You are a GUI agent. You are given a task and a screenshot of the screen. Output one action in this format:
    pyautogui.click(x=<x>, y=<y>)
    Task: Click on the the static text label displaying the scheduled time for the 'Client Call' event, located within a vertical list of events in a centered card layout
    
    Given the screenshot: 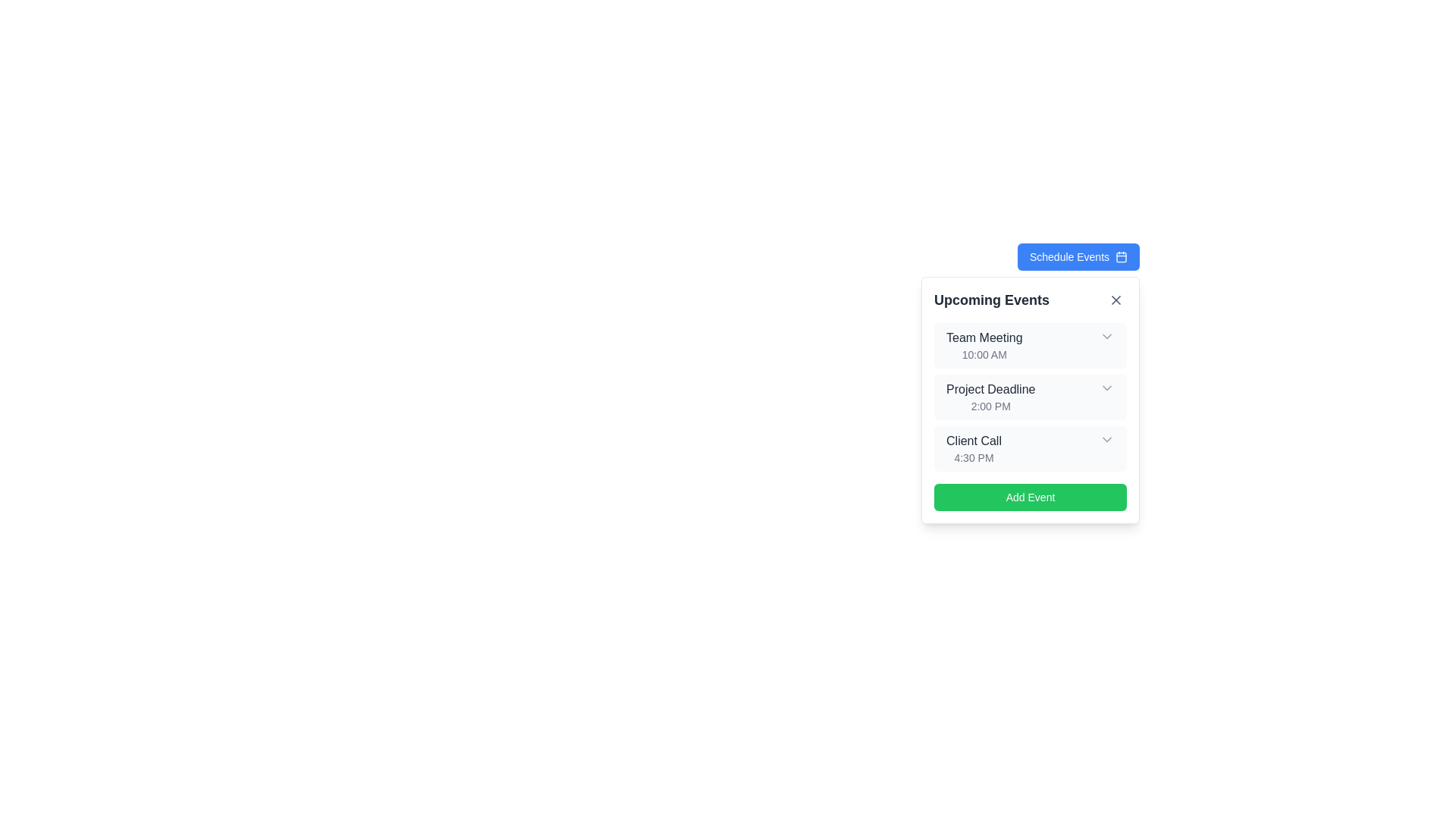 What is the action you would take?
    pyautogui.click(x=974, y=457)
    